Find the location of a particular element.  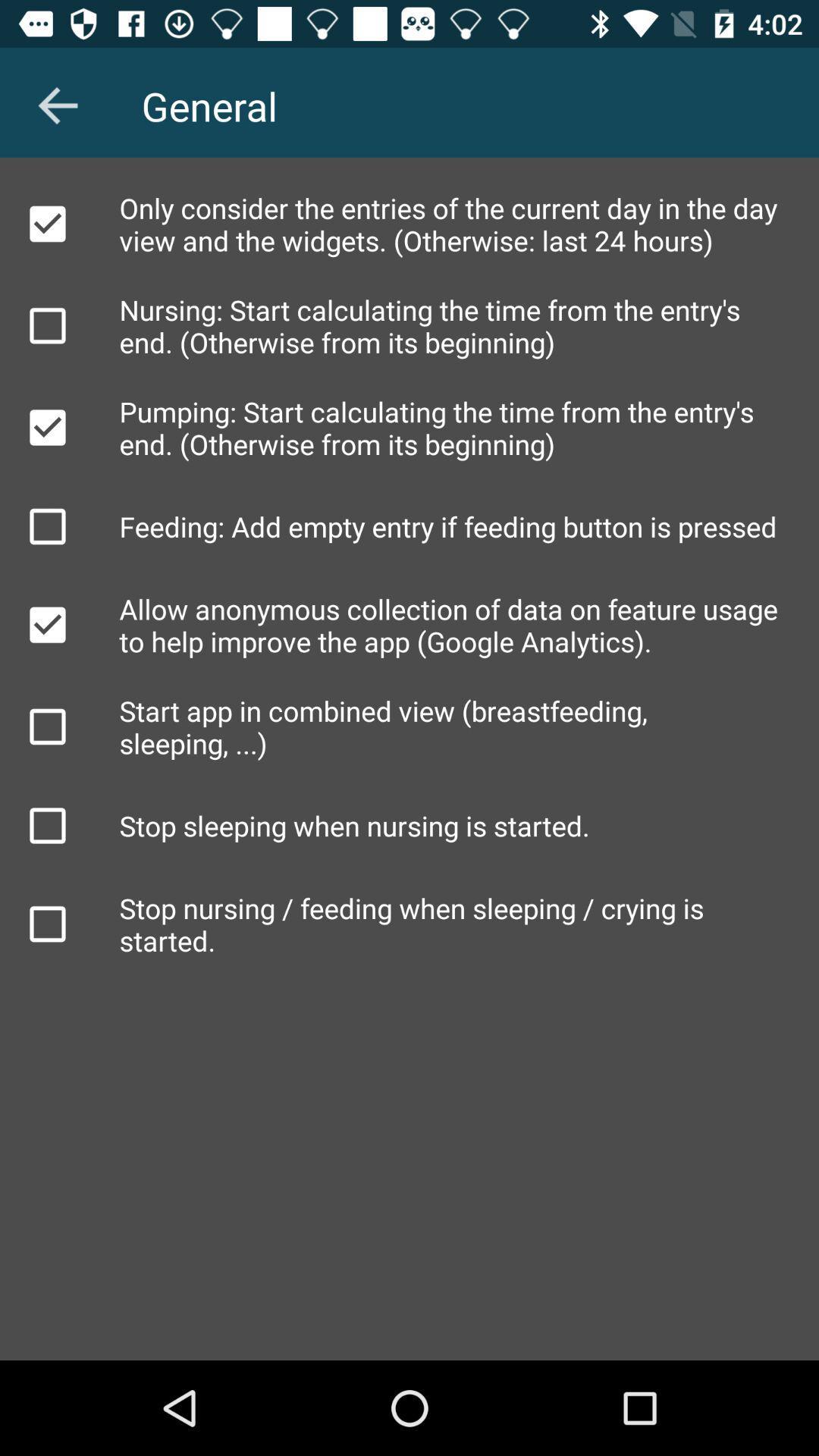

the item next to the general item is located at coordinates (57, 105).